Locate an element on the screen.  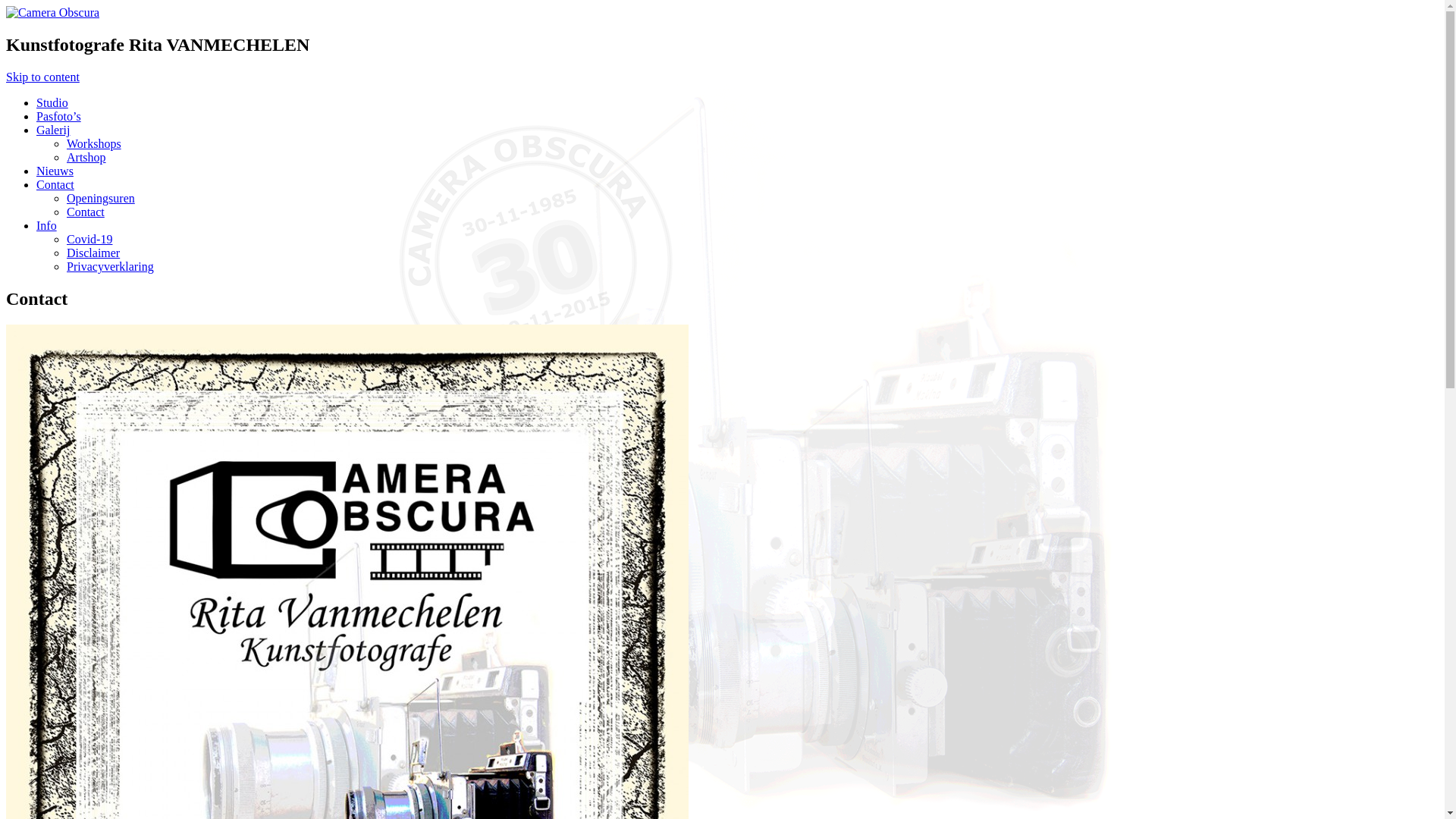
'Artshop' is located at coordinates (65, 157).